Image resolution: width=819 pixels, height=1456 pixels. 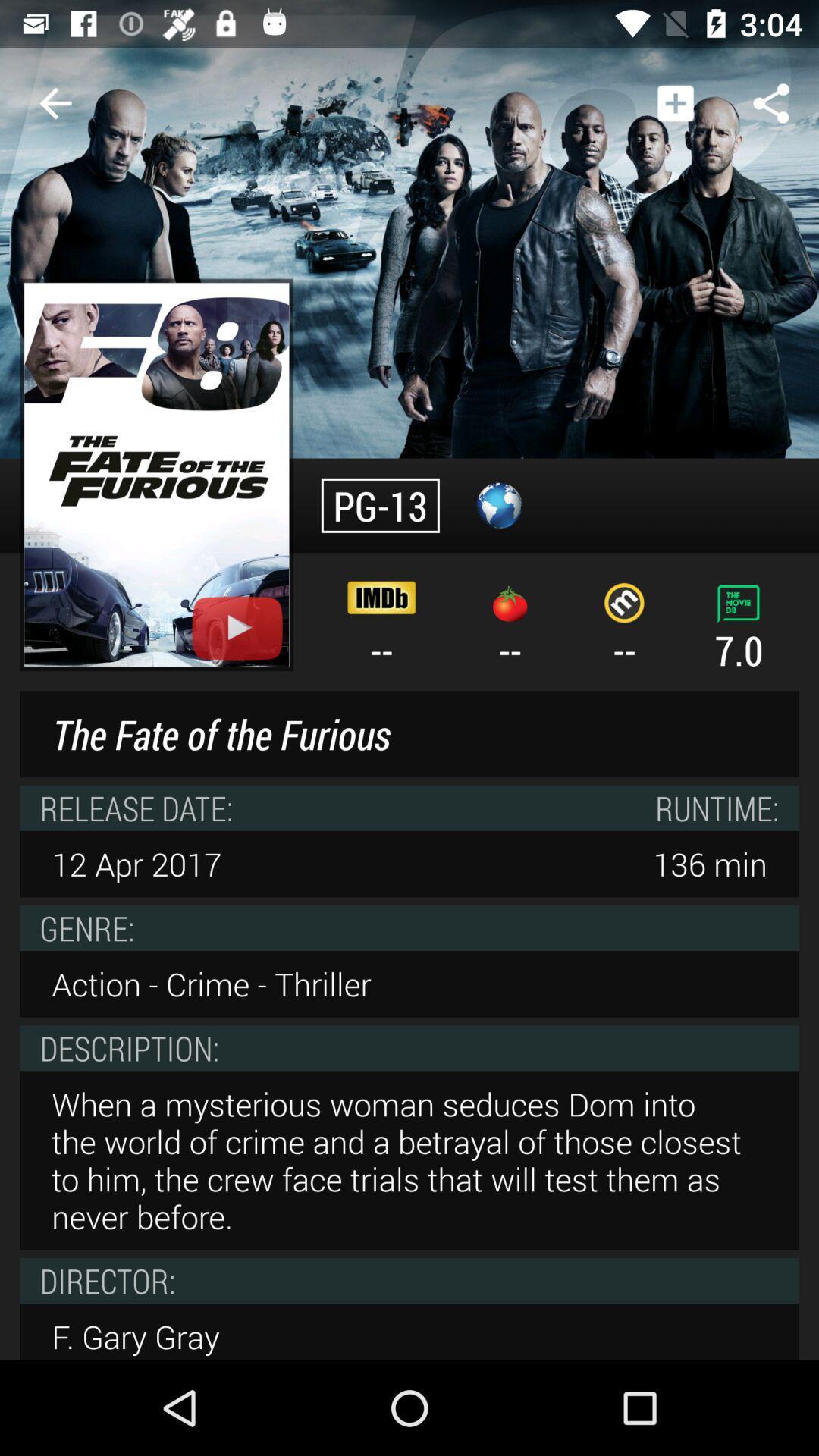 What do you see at coordinates (156, 474) in the screenshot?
I see `item to the left of --` at bounding box center [156, 474].